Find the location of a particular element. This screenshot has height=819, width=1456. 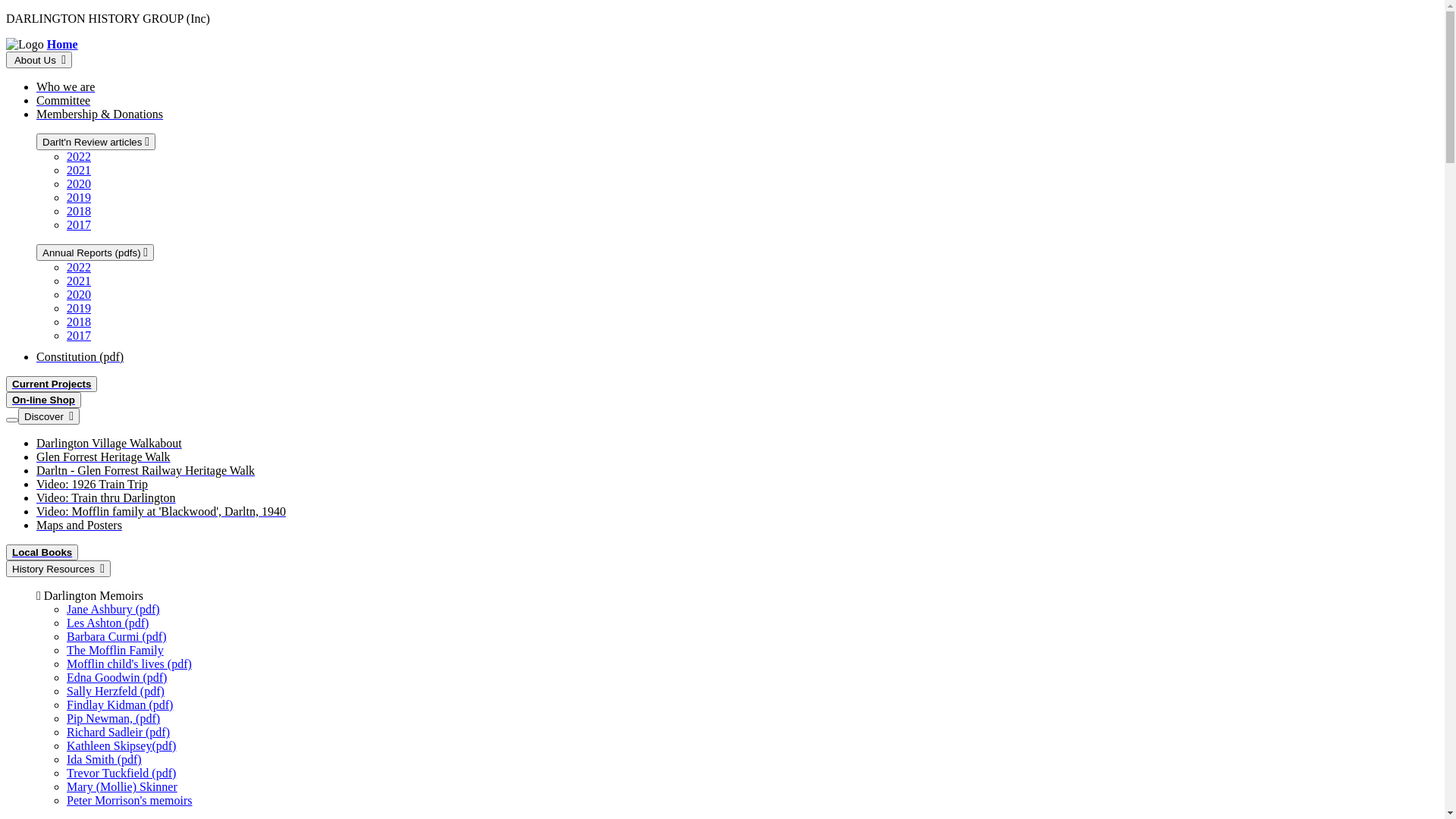

'2017' is located at coordinates (78, 334).